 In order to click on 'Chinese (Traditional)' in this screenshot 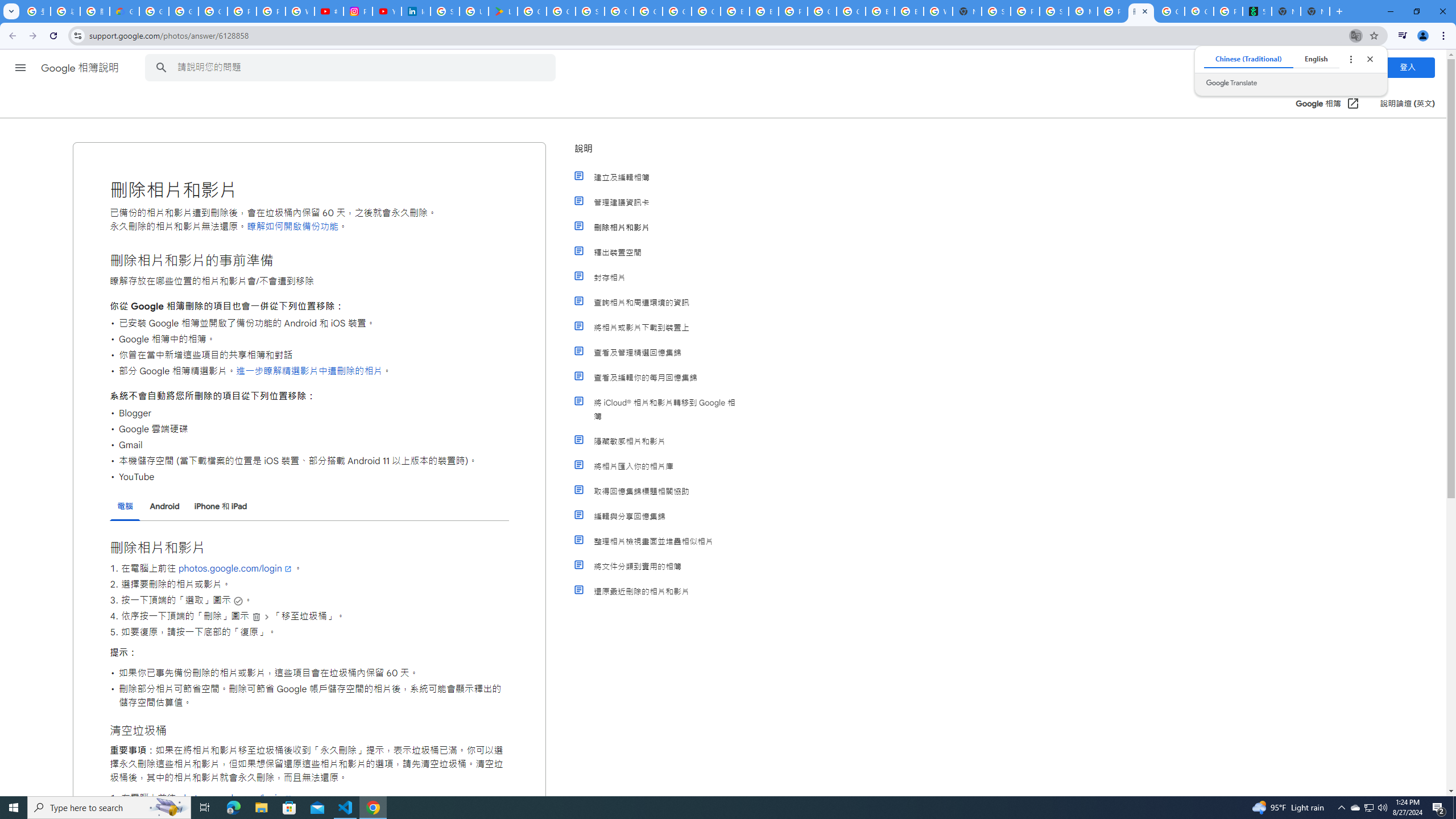, I will do `click(1248, 59)`.